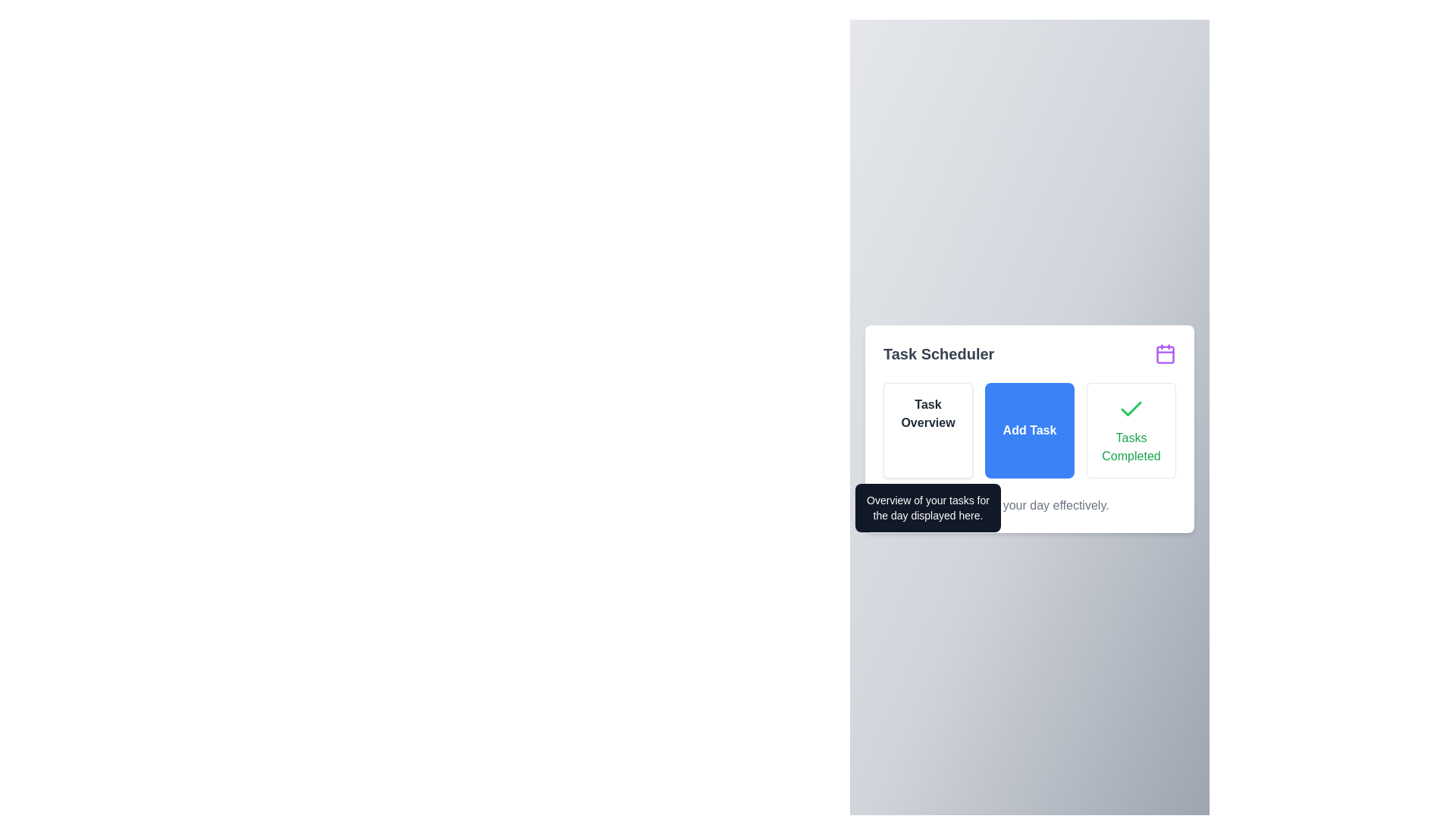 The height and width of the screenshot is (819, 1456). I want to click on text displayed in the tooltip that provides additional information about the tasks overview, located directly below the 'Task Overview' section in the 'Task Scheduler' panel, so click(927, 508).